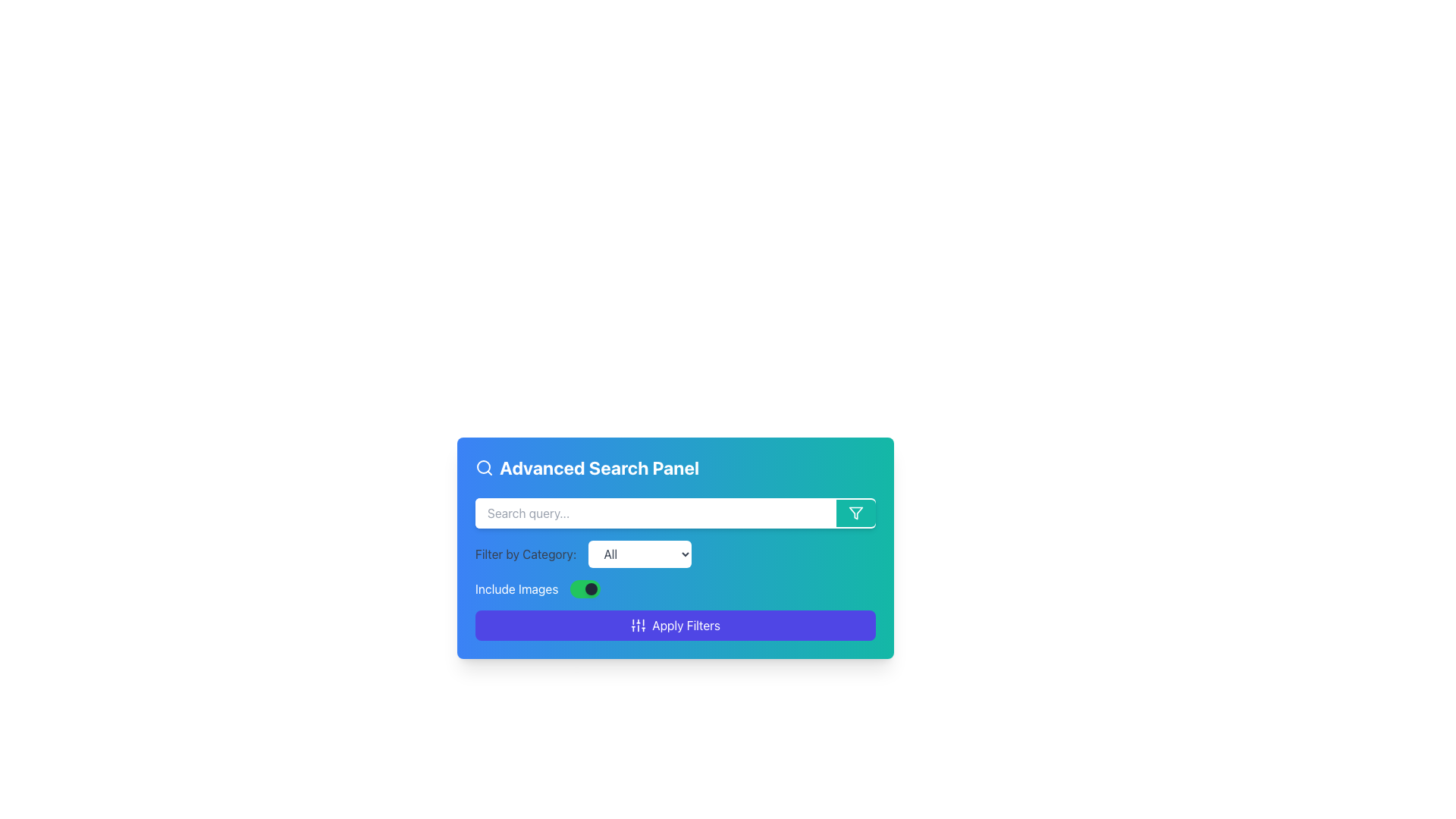 The width and height of the screenshot is (1456, 819). What do you see at coordinates (526, 554) in the screenshot?
I see `the Text label that serves as a descriptor for the adjacent category-selection dropdown labeled 'All'` at bounding box center [526, 554].